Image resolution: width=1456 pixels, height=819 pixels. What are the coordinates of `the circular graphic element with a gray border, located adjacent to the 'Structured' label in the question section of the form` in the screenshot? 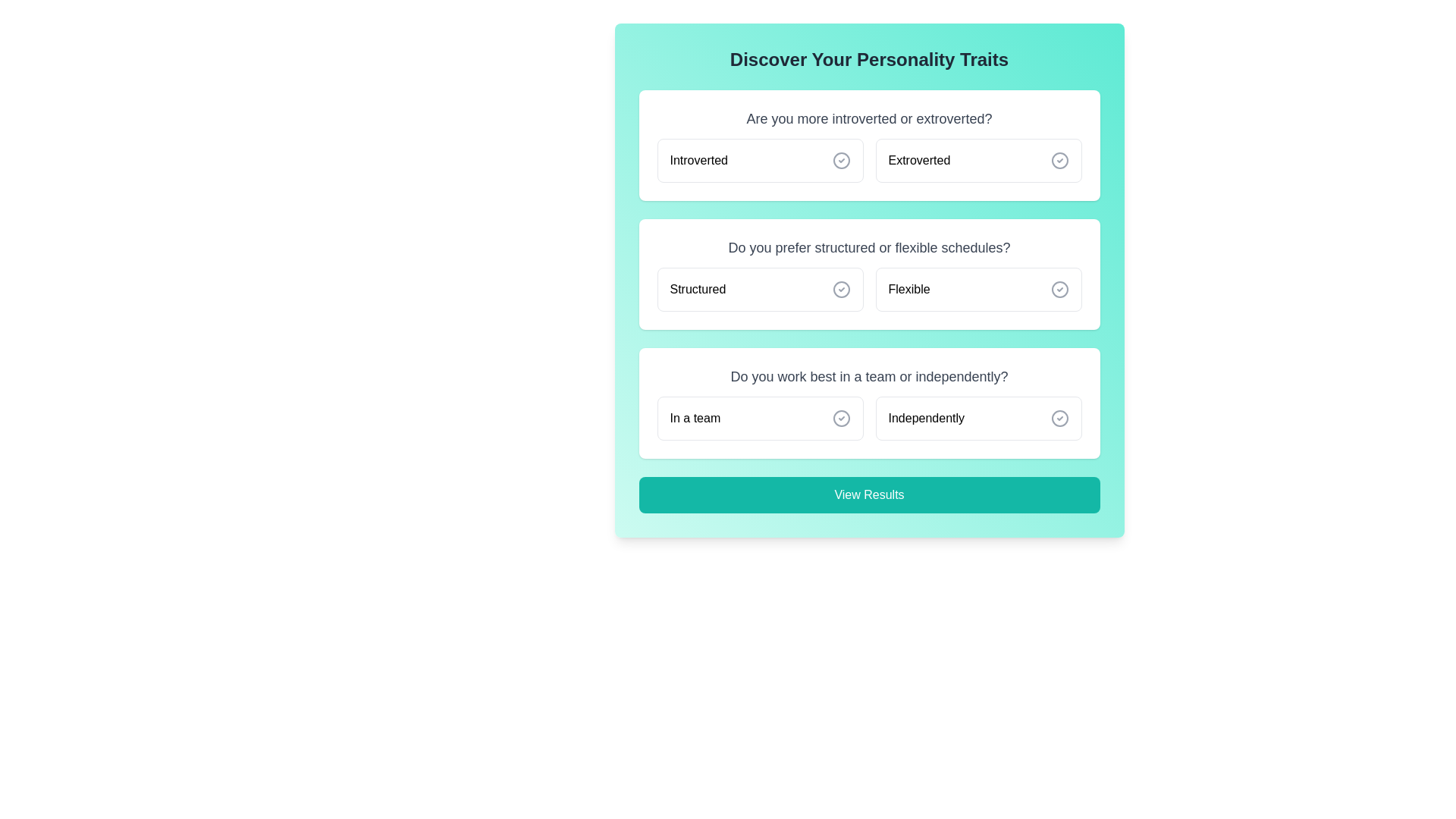 It's located at (840, 289).